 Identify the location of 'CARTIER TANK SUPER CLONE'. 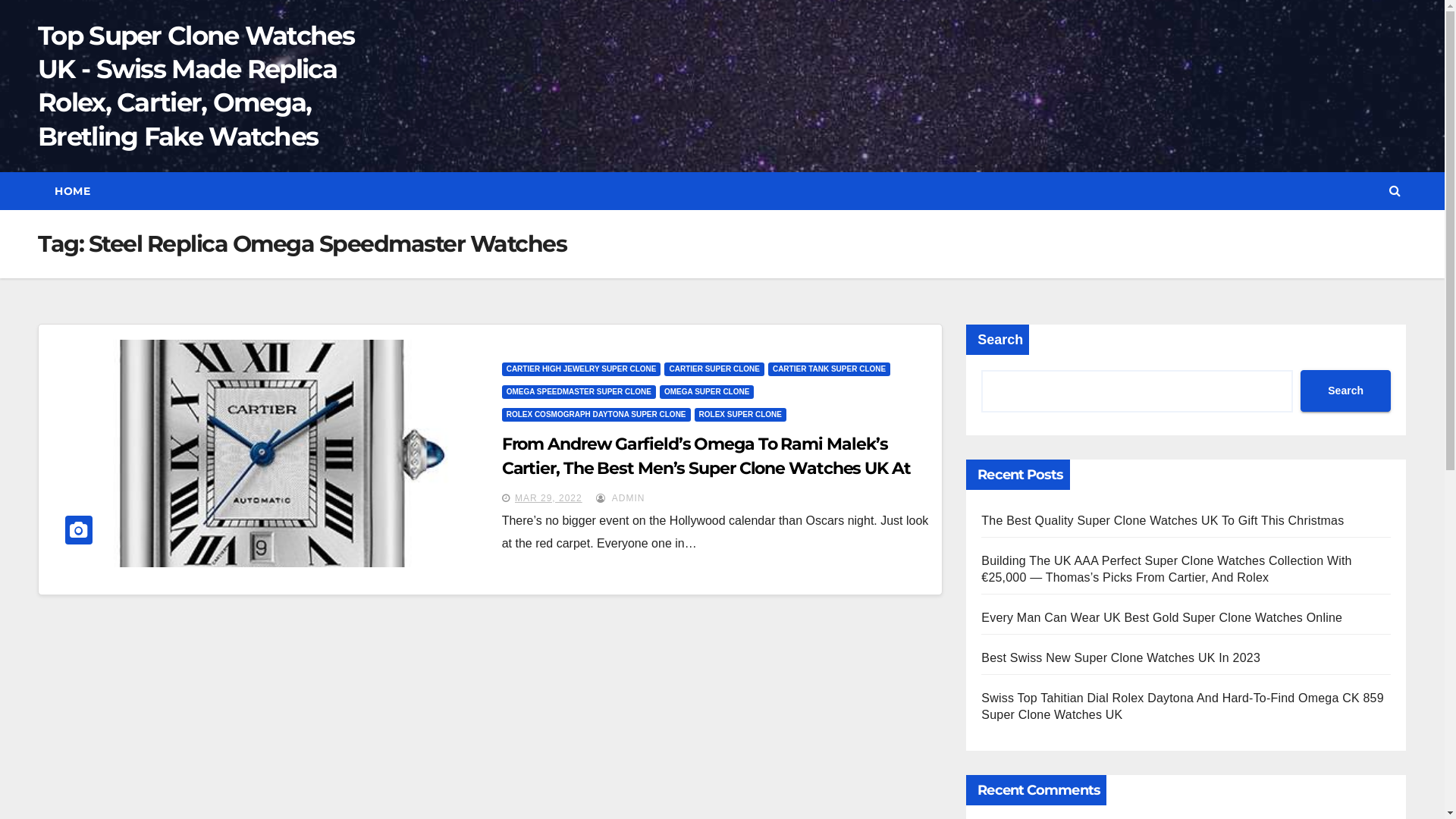
(828, 369).